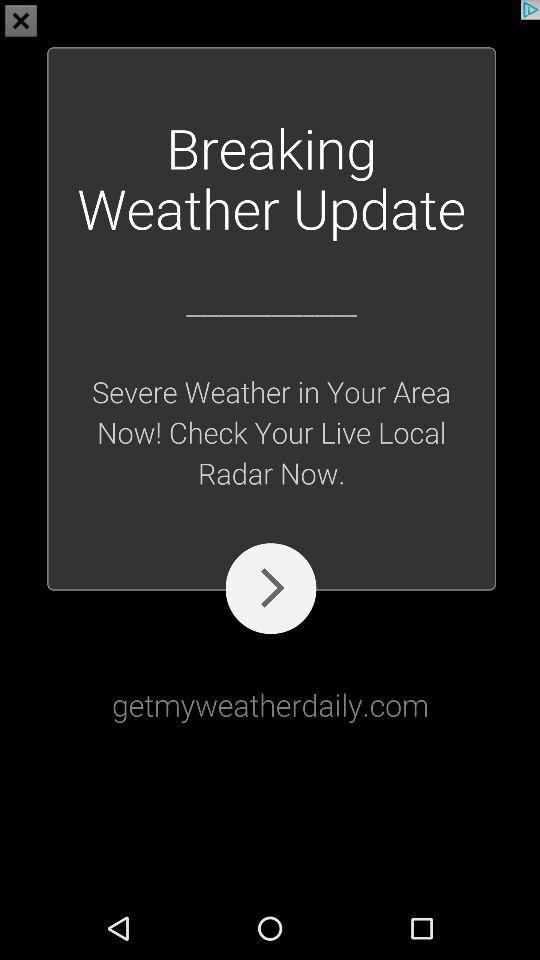 The height and width of the screenshot is (960, 540). What do you see at coordinates (20, 21) in the screenshot?
I see `the close icon` at bounding box center [20, 21].